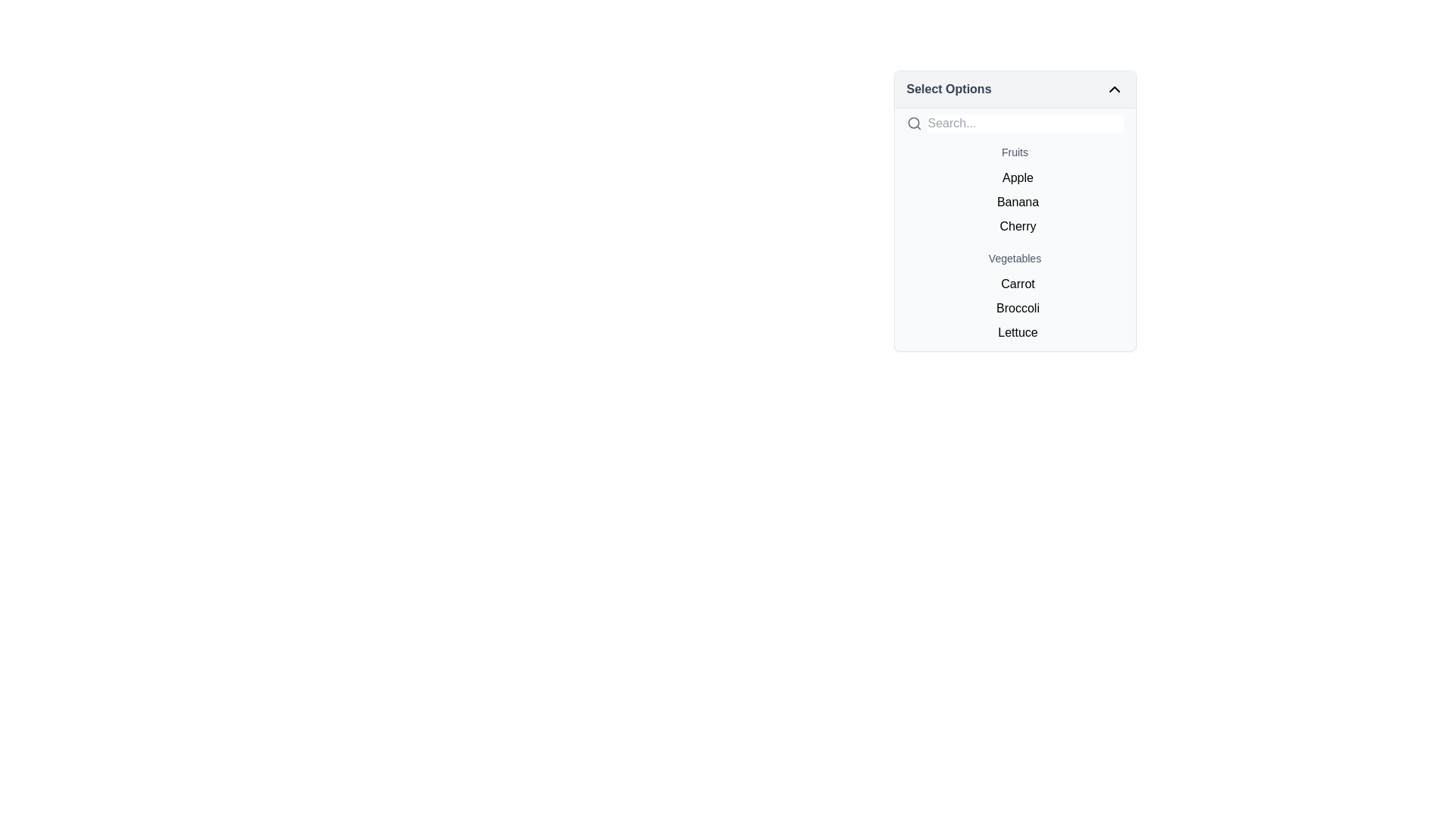  What do you see at coordinates (948, 89) in the screenshot?
I see `the 'Select Options' text label to focus on the dropdown menu it represents` at bounding box center [948, 89].